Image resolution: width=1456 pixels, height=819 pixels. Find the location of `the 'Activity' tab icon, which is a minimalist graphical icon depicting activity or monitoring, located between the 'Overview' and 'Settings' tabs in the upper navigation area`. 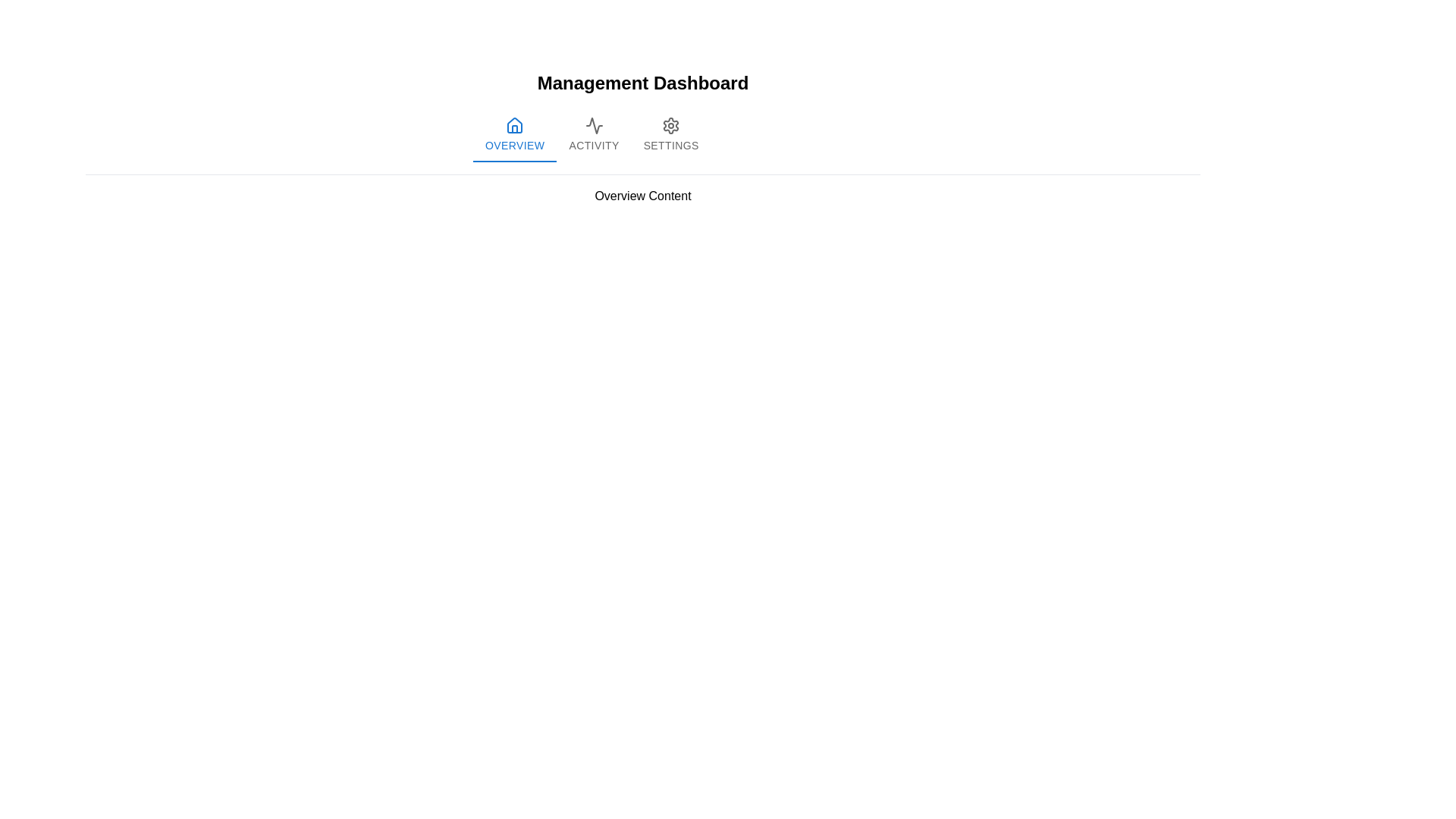

the 'Activity' tab icon, which is a minimalist graphical icon depicting activity or monitoring, located between the 'Overview' and 'Settings' tabs in the upper navigation area is located at coordinates (593, 125).